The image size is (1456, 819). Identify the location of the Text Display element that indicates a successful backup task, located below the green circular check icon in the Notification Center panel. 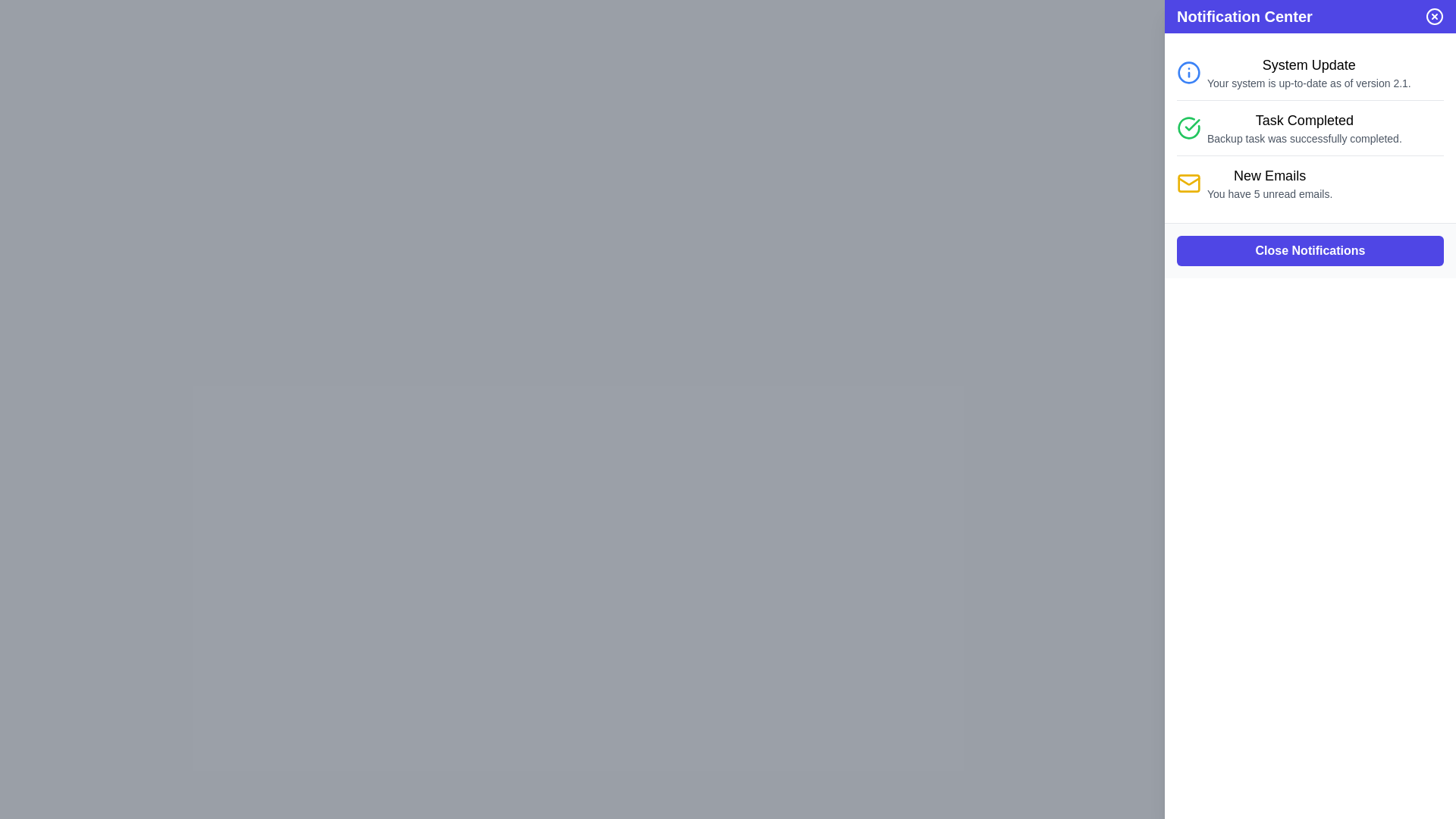
(1304, 127).